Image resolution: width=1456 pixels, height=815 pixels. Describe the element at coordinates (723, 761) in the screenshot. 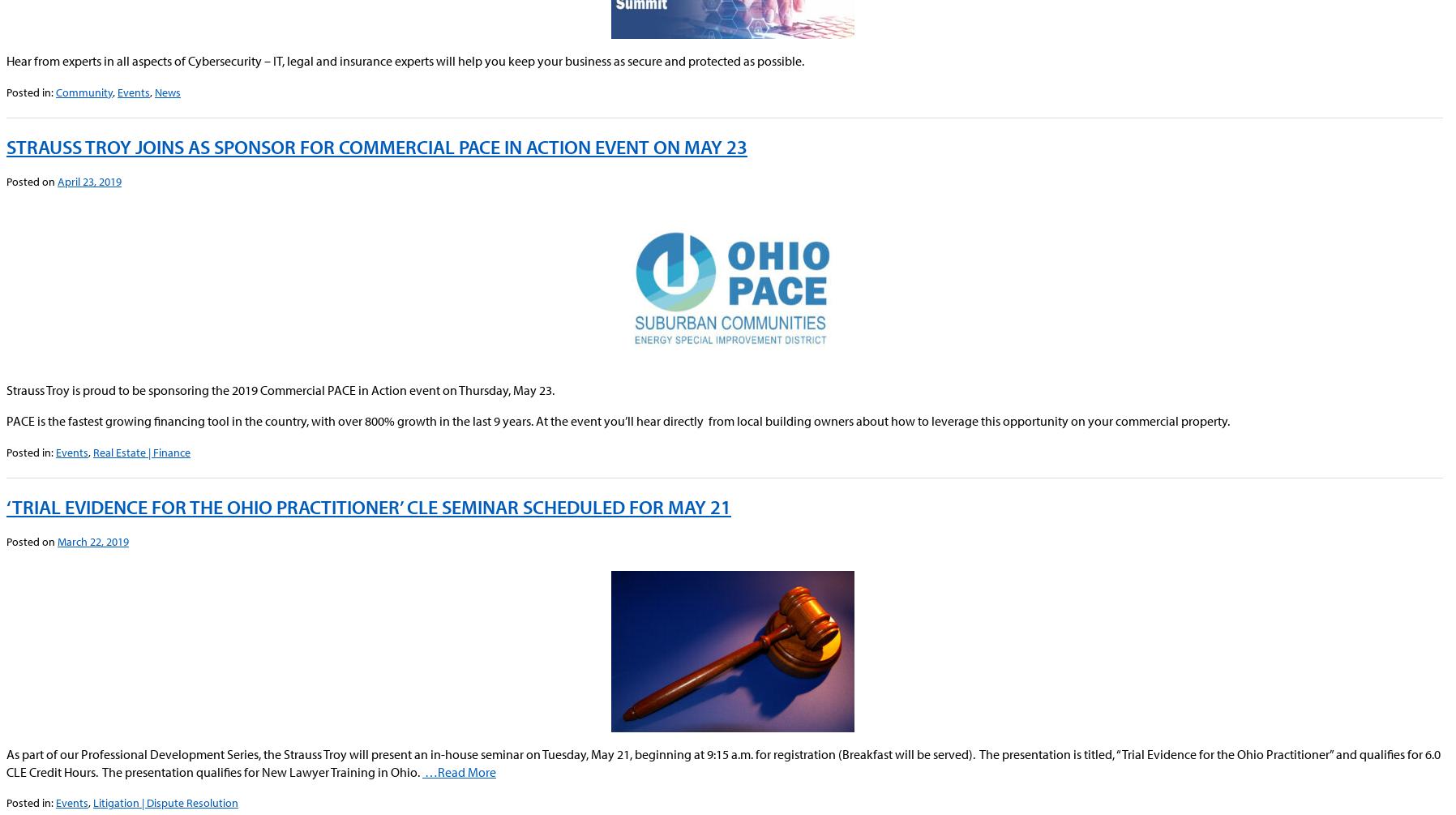

I see `'As part of our Professional Development Series, the Strauss Troy will present an in-house seminar on Tuesday, May 21, beginning at 9:15 a.m. for registration (Breakfast will be served).  The presentation is titled, “Trial Evidence for the Ohio Practitioner” and qualifies for 6.0 CLE Credit Hours.  The presentation qualifies for New Lawyer Training in Ohio.'` at that location.